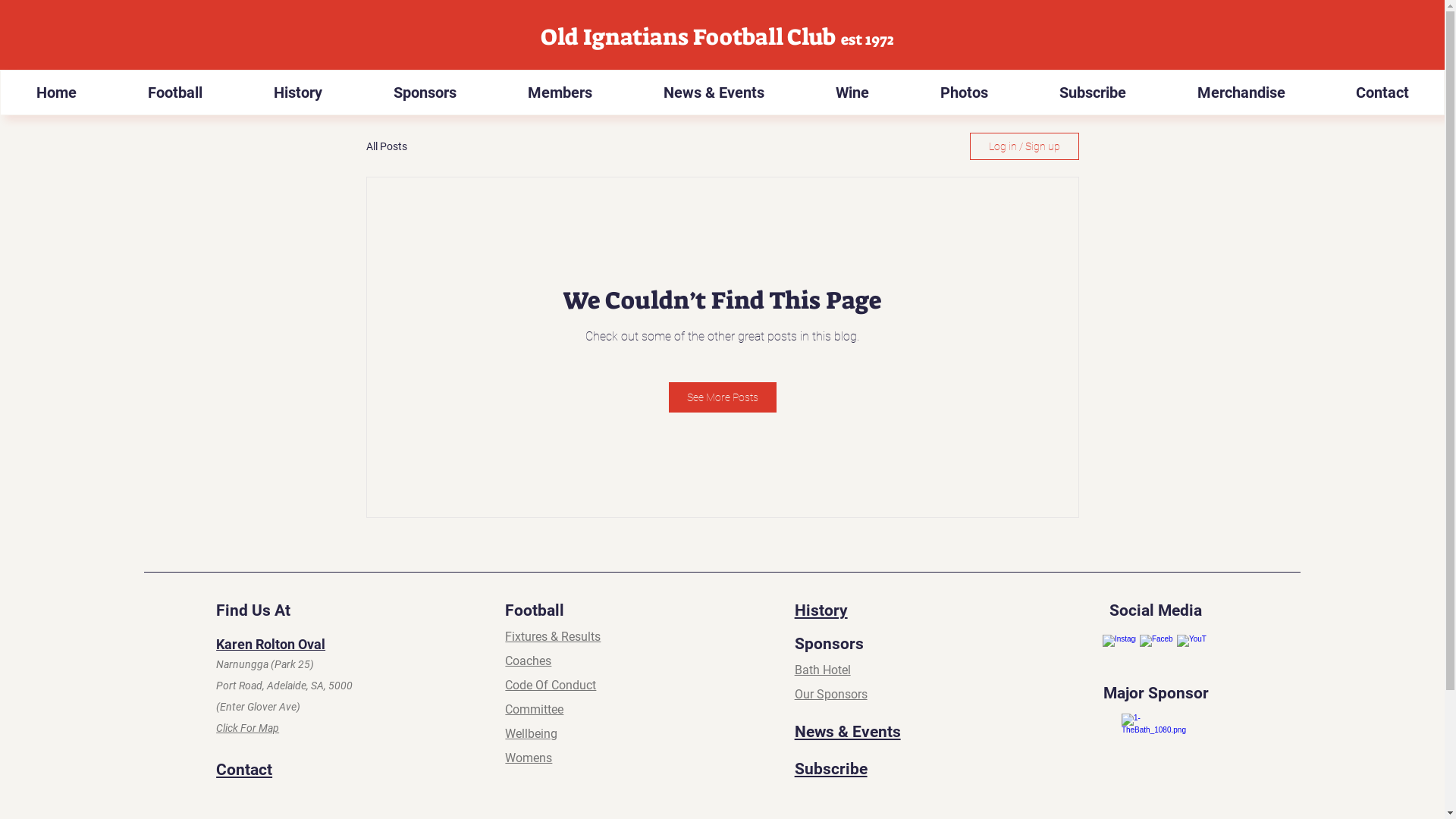 Image resolution: width=1456 pixels, height=819 pixels. I want to click on 'Fixtures & Results', so click(552, 636).